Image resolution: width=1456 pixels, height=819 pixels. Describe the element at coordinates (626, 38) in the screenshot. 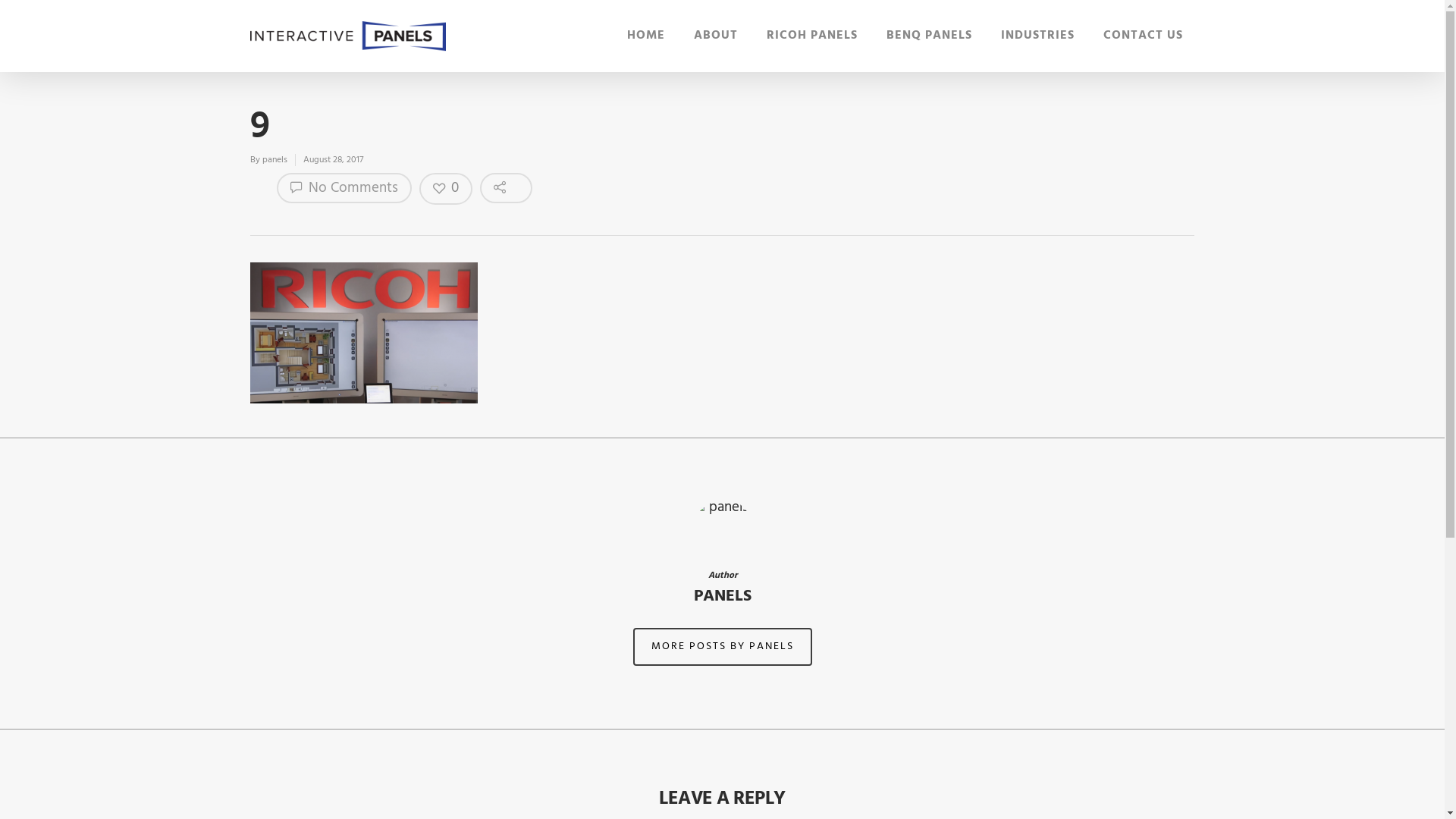

I see `'HOME'` at that location.